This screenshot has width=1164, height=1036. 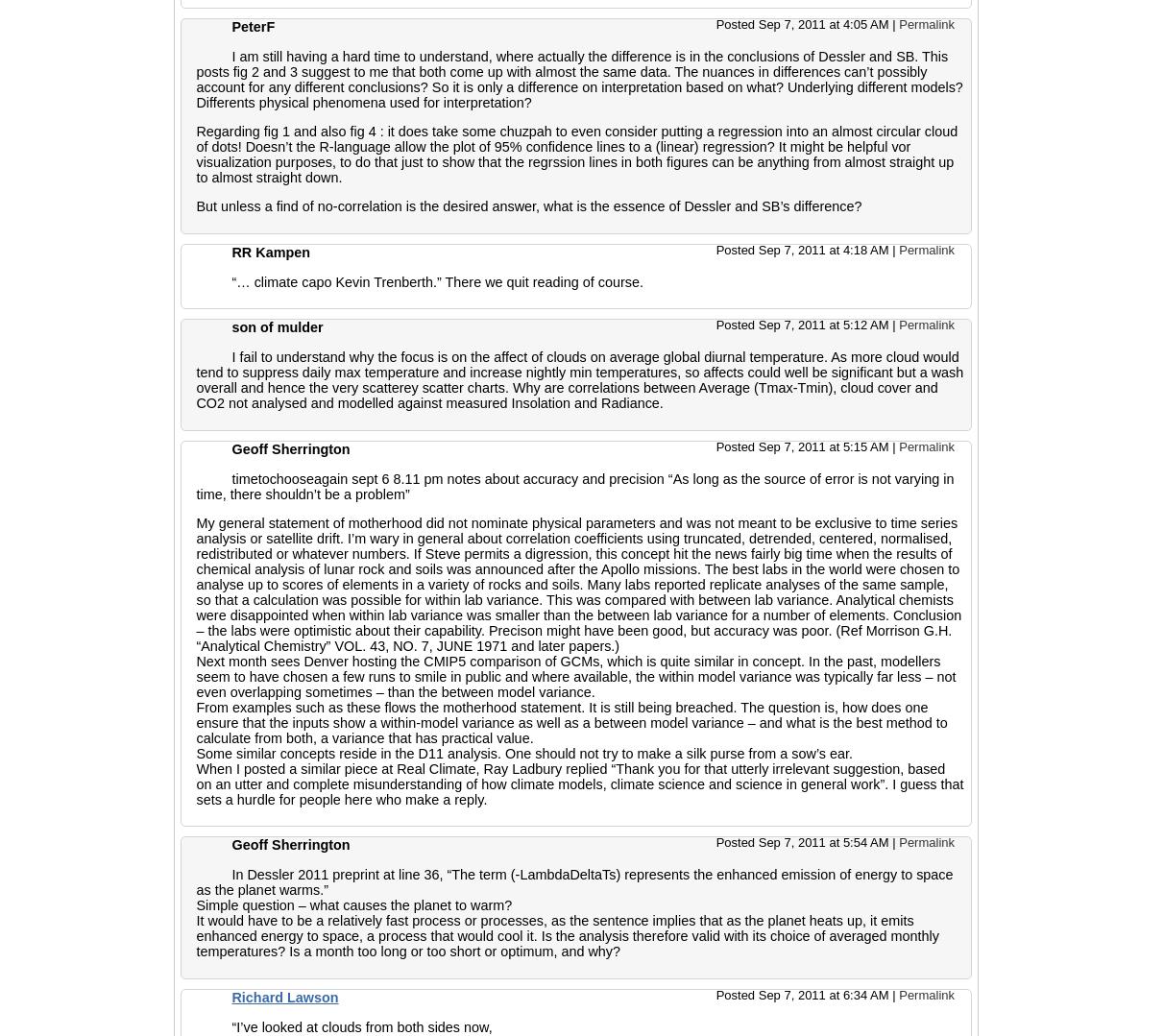 I want to click on 'son of mulder', so click(x=277, y=326).